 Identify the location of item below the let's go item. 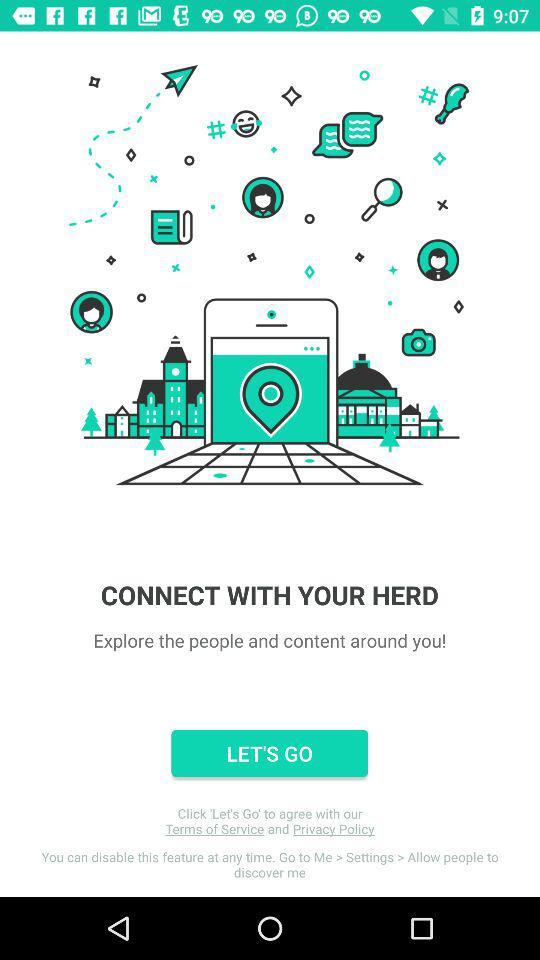
(270, 821).